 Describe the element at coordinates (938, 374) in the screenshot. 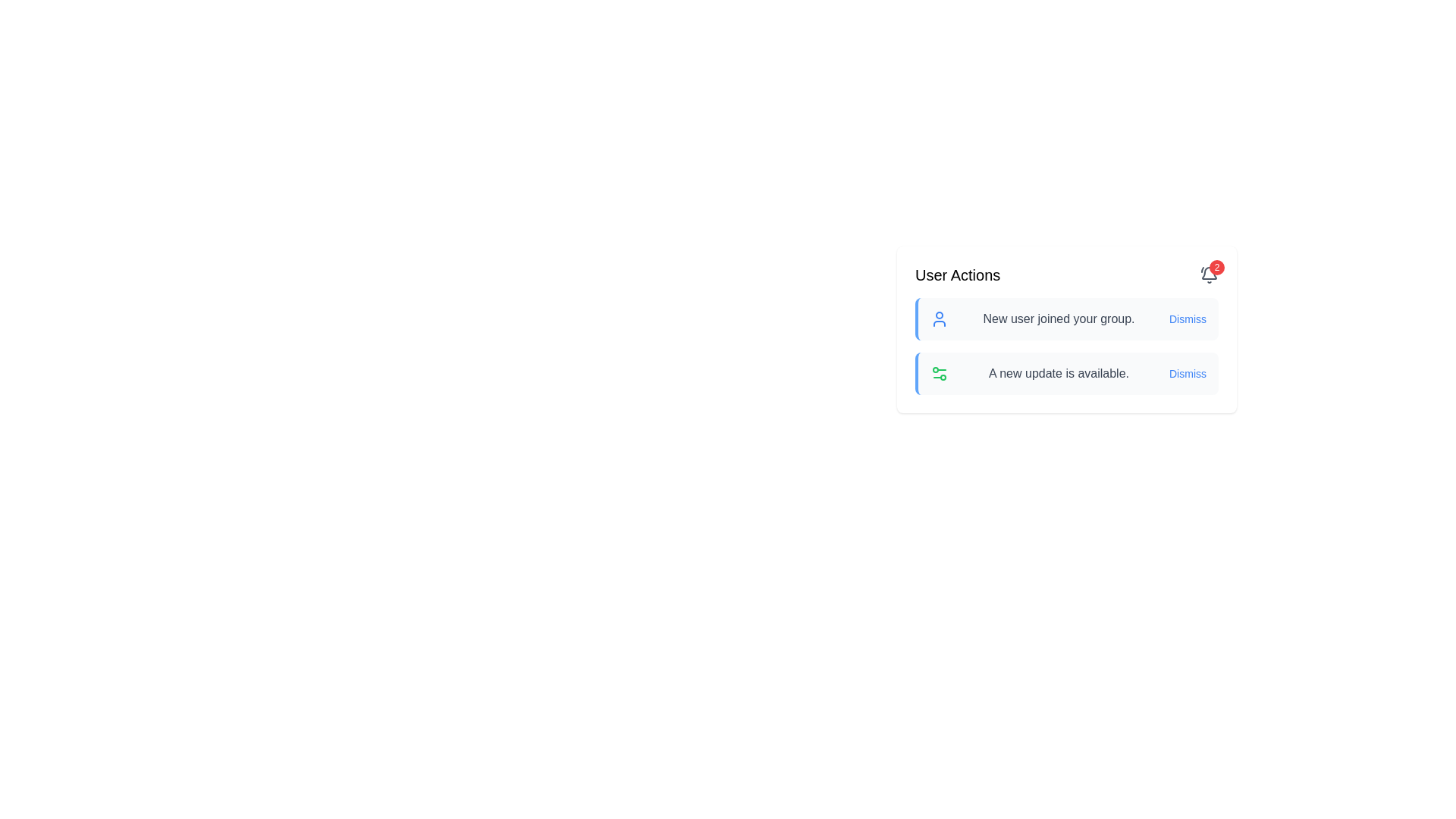

I see `the icon representing the visual indicator for the notification message labeled 'A new update is available.'` at that location.